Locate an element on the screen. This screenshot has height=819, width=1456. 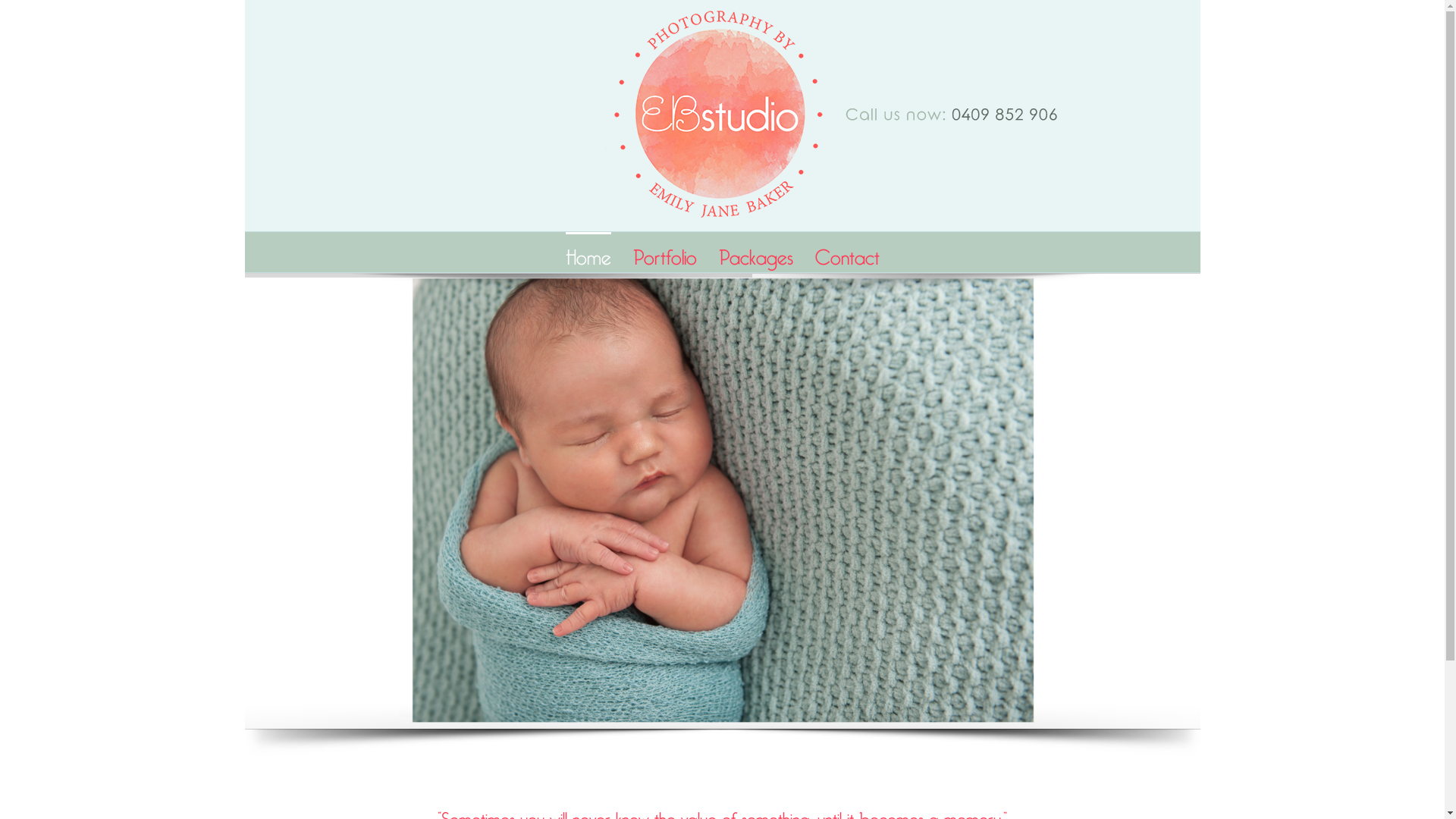
'Portfolio' is located at coordinates (664, 251).